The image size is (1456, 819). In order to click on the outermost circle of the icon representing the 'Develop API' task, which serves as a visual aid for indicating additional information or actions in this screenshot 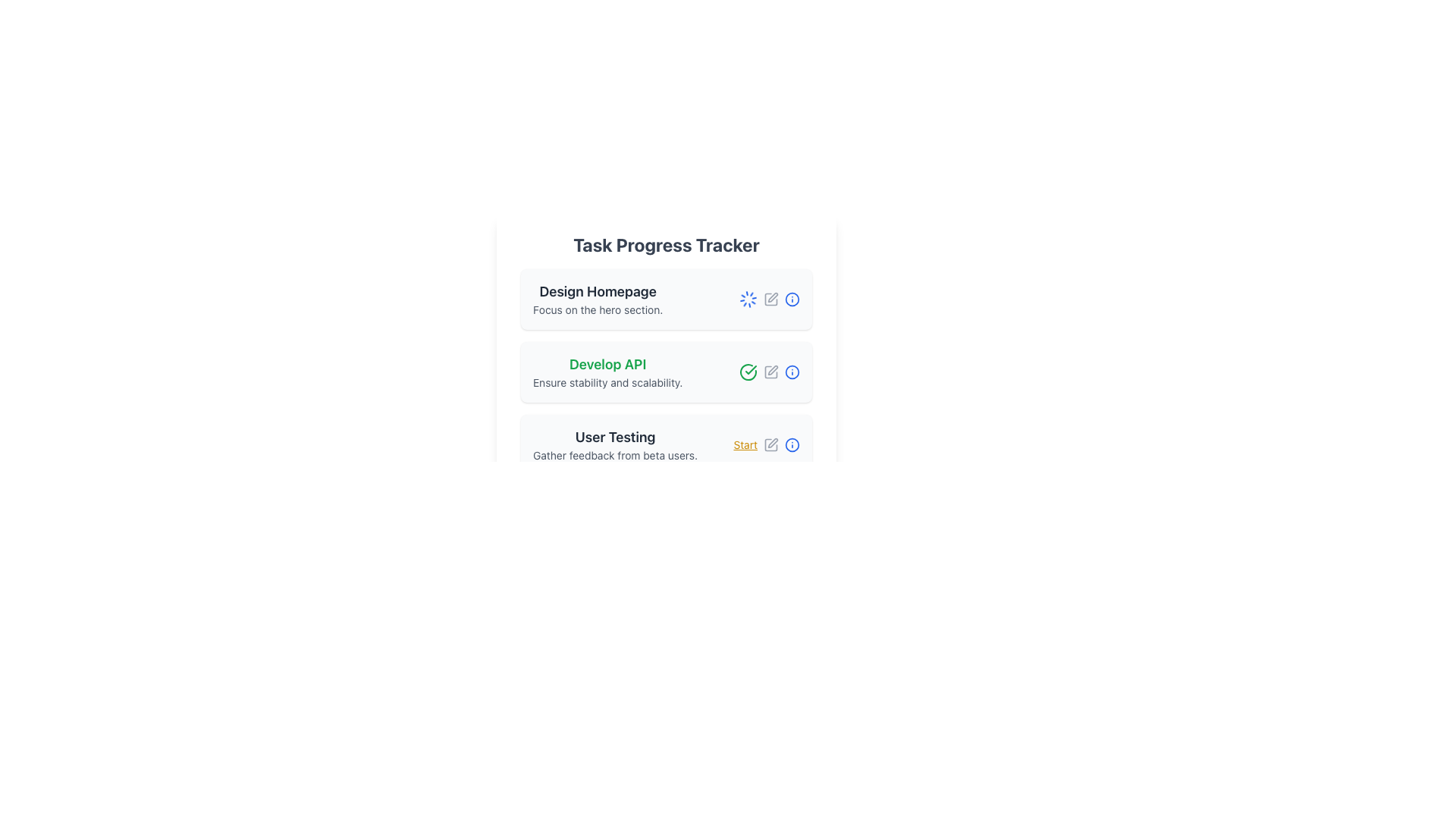, I will do `click(792, 299)`.